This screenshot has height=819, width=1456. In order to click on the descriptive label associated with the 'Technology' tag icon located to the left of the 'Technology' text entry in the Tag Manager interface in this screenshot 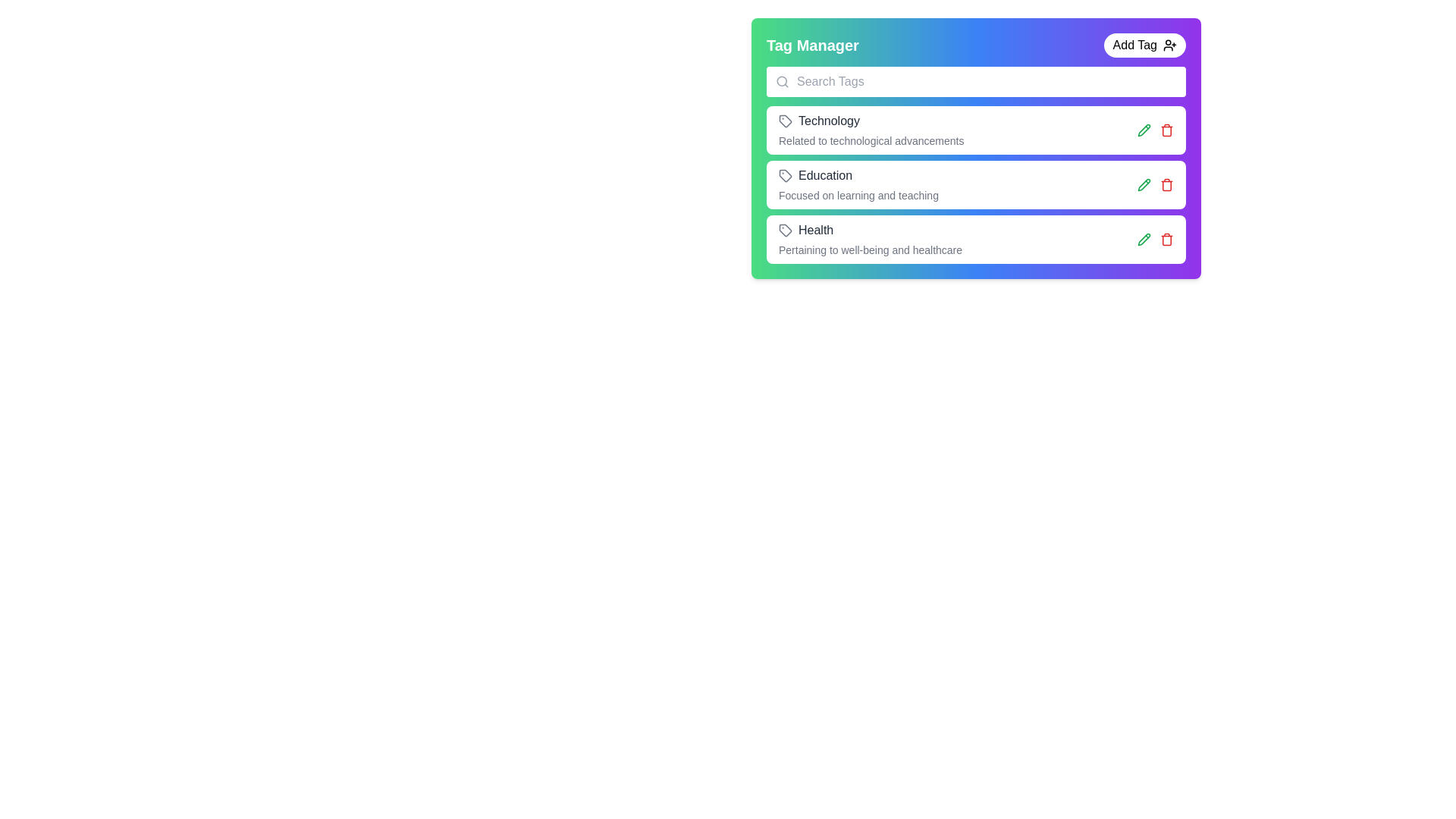, I will do `click(786, 120)`.